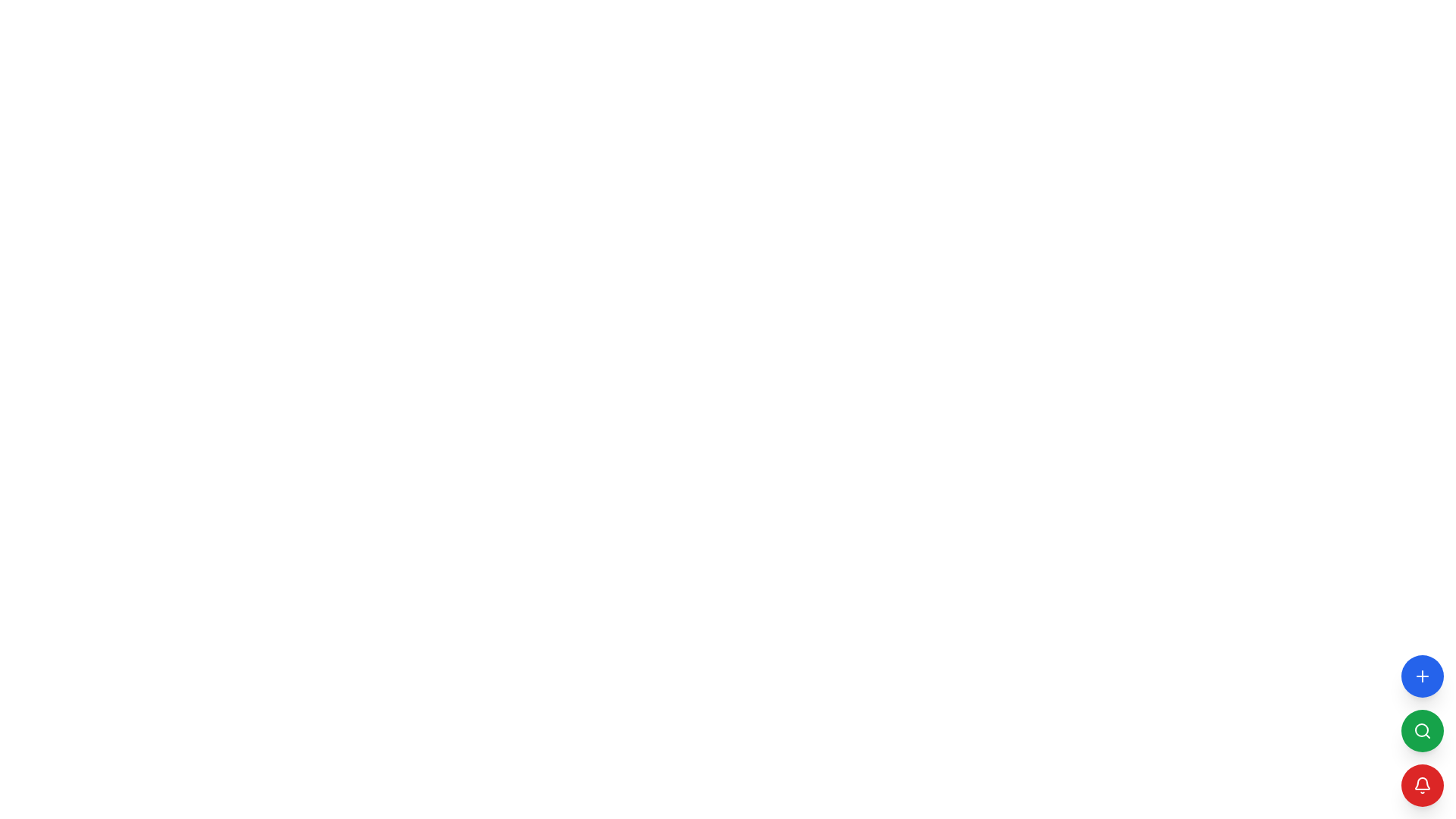  Describe the element at coordinates (1422, 730) in the screenshot. I see `the circular green button with a magnifying glass icon` at that location.